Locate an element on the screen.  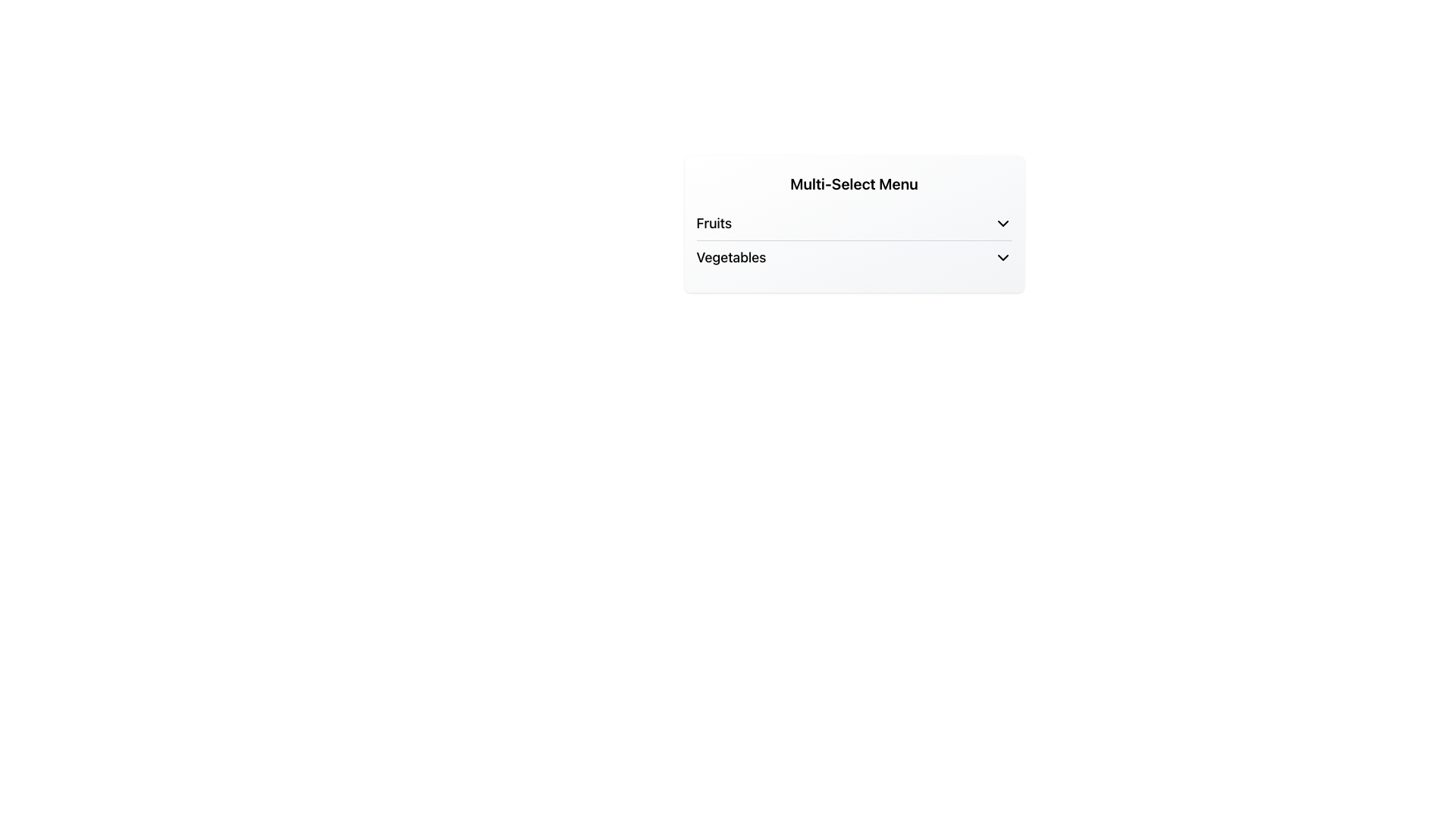
the static text label that serves as a section title for the multi-selection menu located at the top-center of the options 'Fruits' and 'Vegetables' is located at coordinates (854, 184).